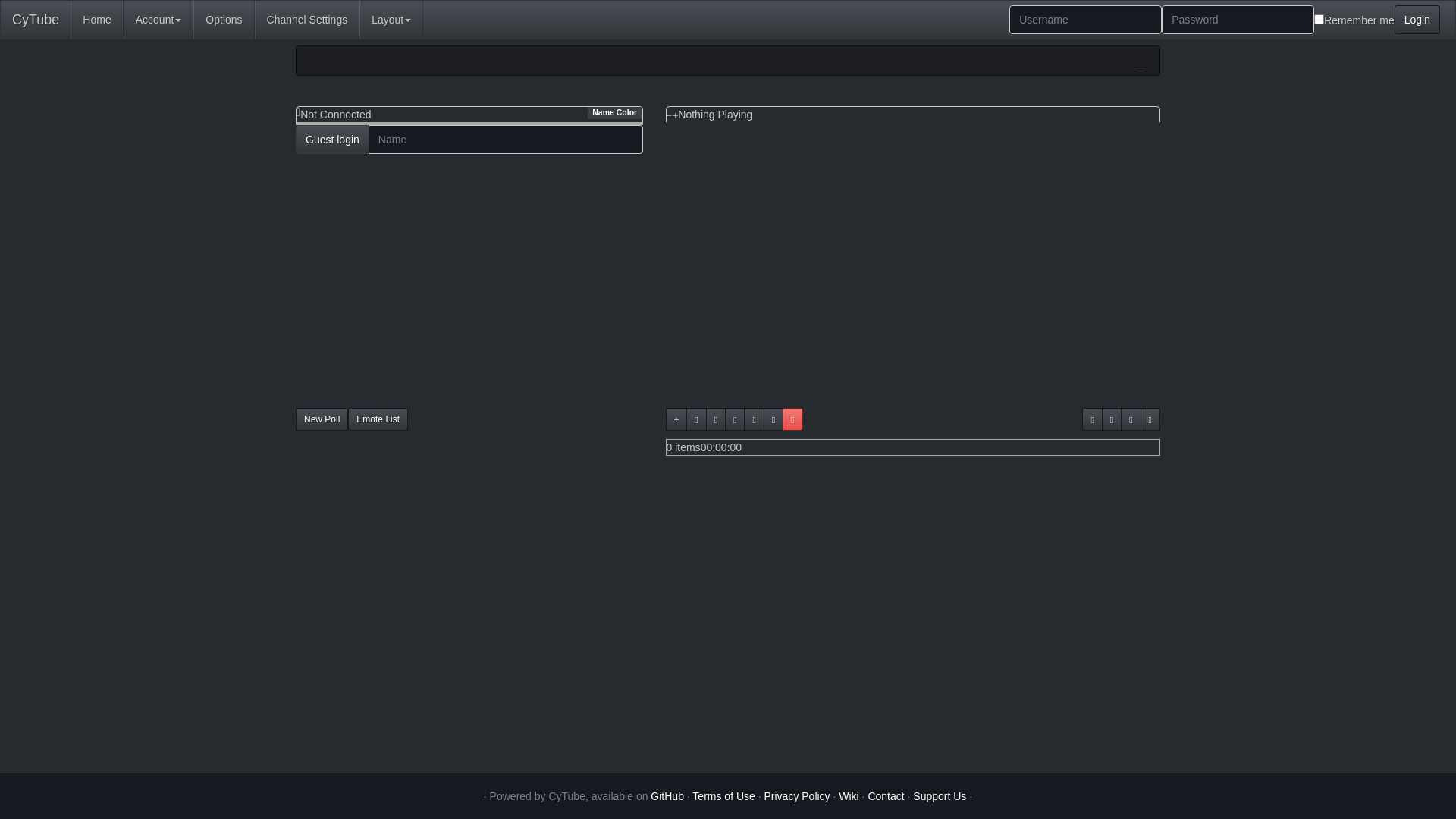 This screenshot has height=819, width=1456. I want to click on 'Account', so click(158, 20).